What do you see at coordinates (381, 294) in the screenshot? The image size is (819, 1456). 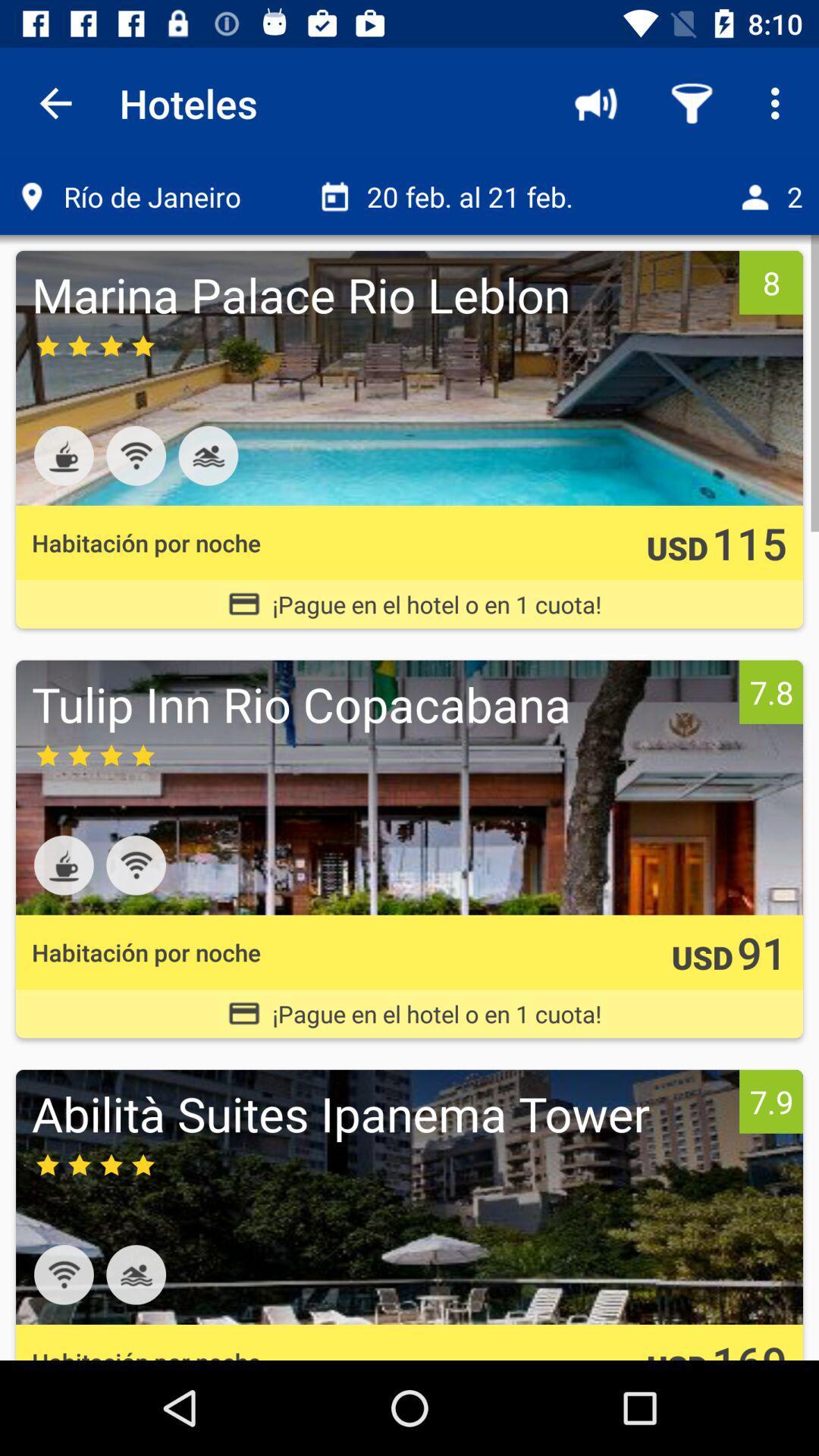 I see `marina palace rio item` at bounding box center [381, 294].